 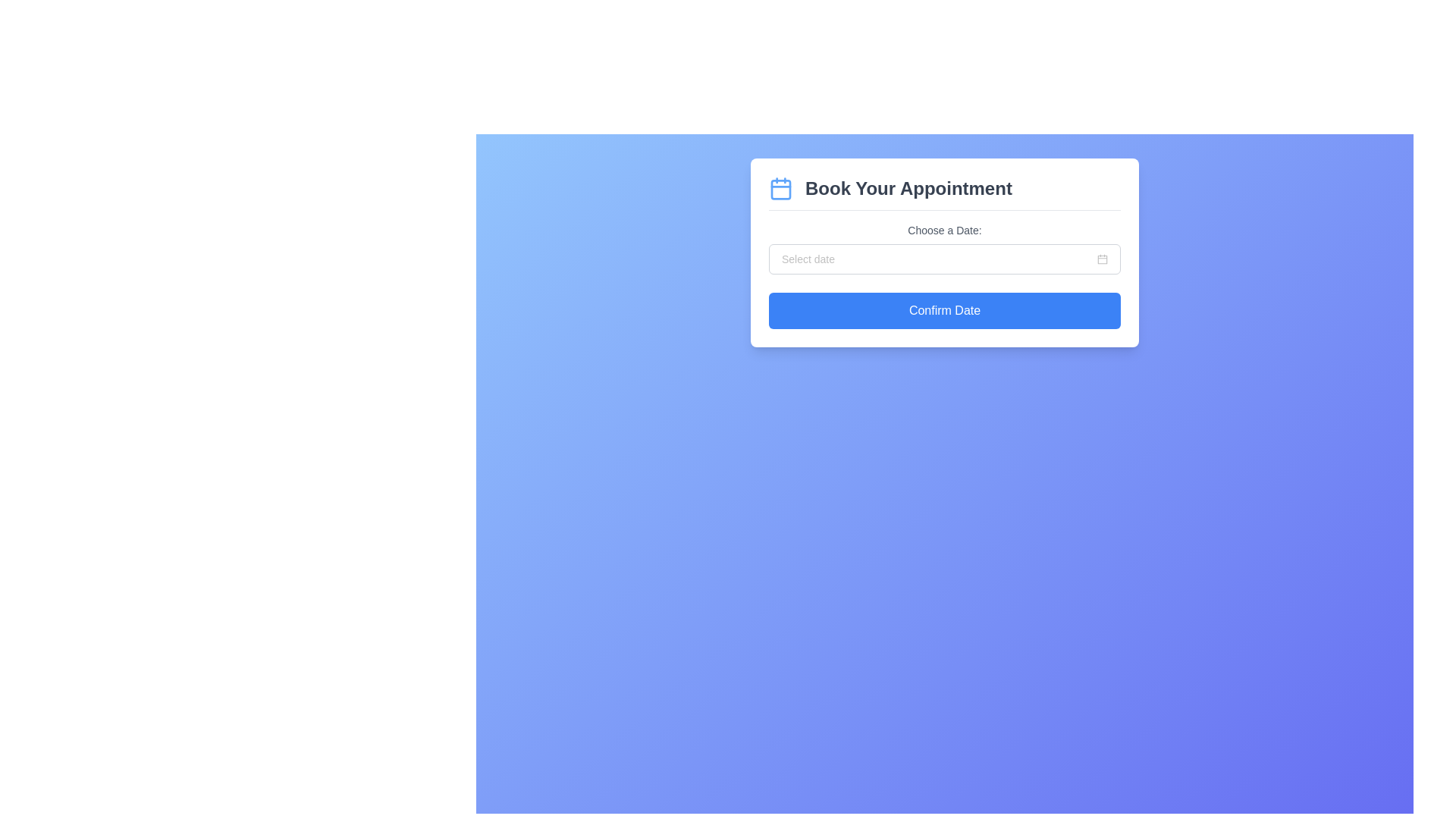 I want to click on the date selection icon located at the far right of the date input field, so click(x=1103, y=259).